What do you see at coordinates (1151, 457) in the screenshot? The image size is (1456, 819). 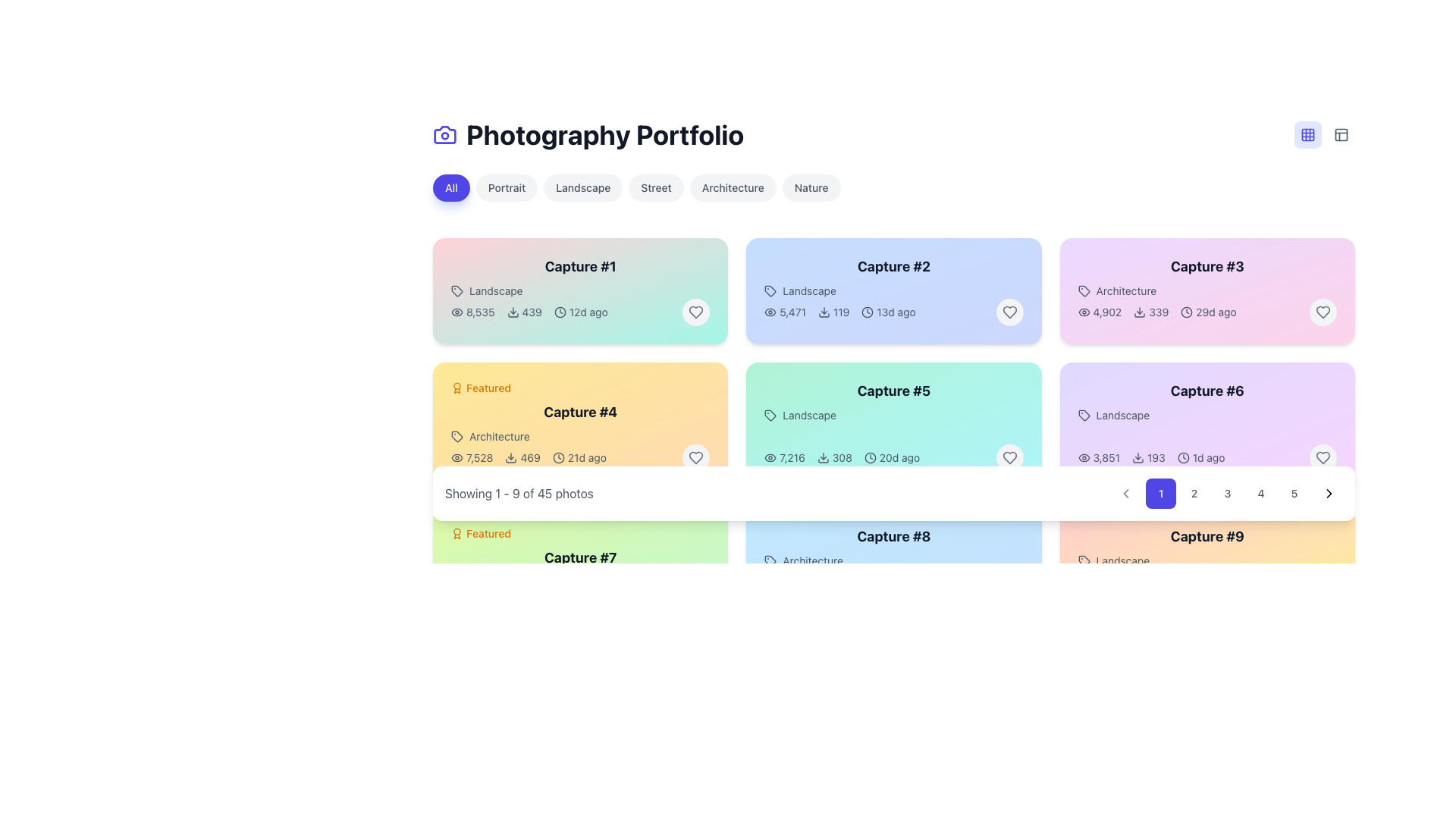 I see `the displayed metrics of the informational text with icons showing '3,851', a download icon, '193', and '1d ago' located under 'Landscape' in the details section of 'Capture #6'` at bounding box center [1151, 457].